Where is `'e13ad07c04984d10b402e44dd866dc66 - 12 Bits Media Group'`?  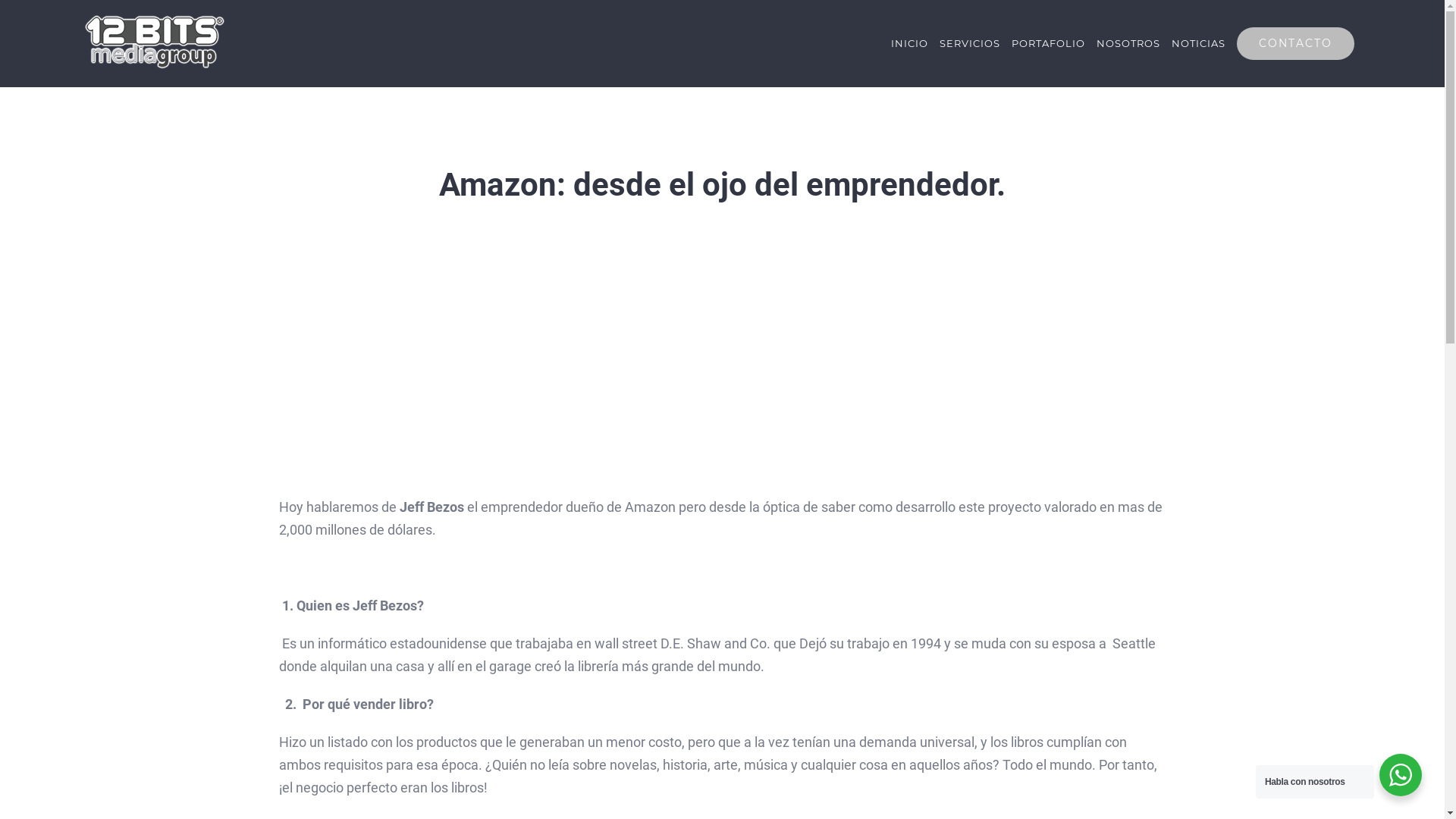
'e13ad07c04984d10b402e44dd866dc66 - 12 Bits Media Group' is located at coordinates (721, 360).